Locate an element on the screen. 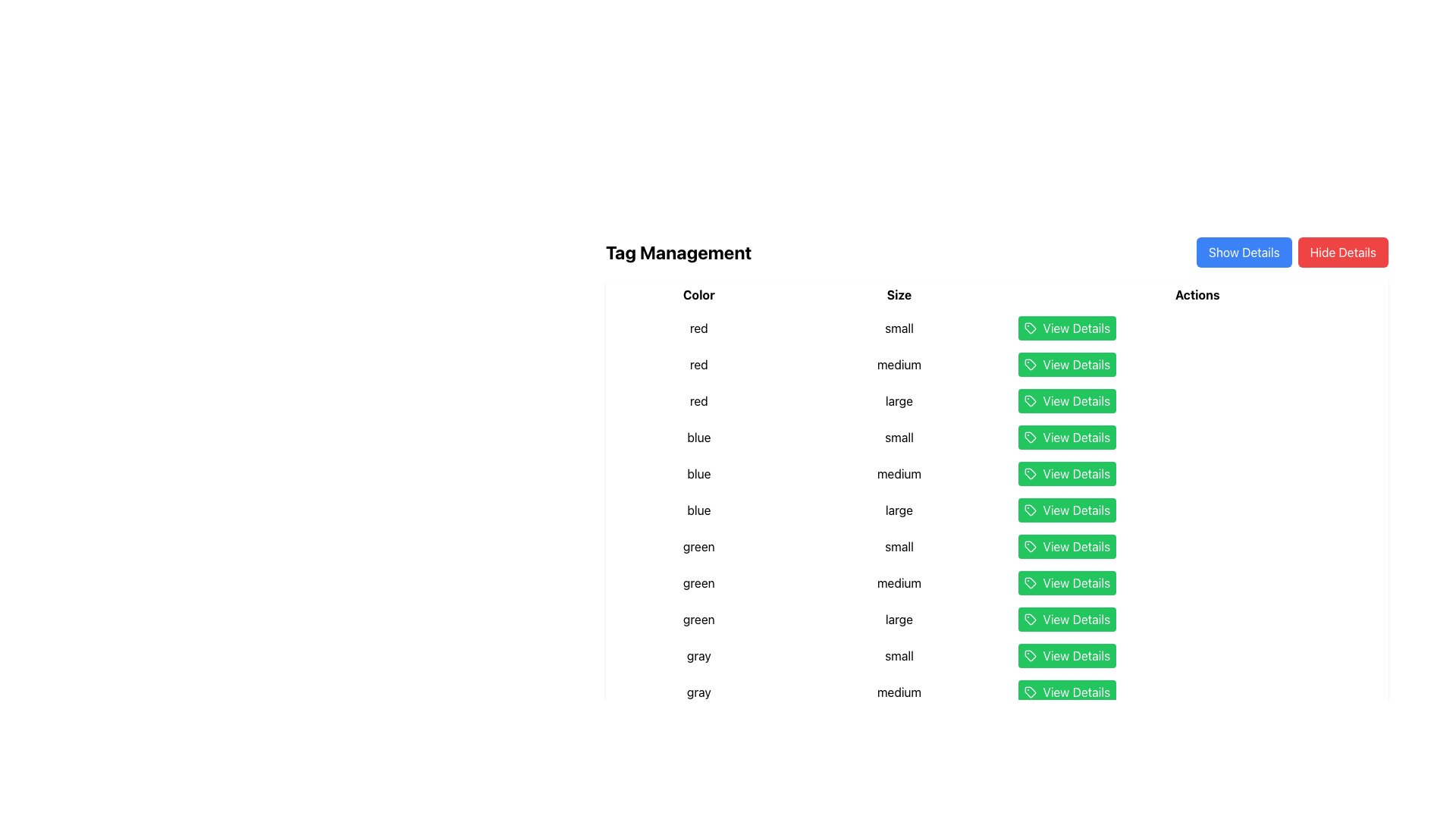 This screenshot has width=1456, height=819. the text label displaying the word 'green' located in the 'Color' column of the table, specifically in the 7th row, where the corresponding 'Size' column entry is 'medium' is located at coordinates (698, 582).